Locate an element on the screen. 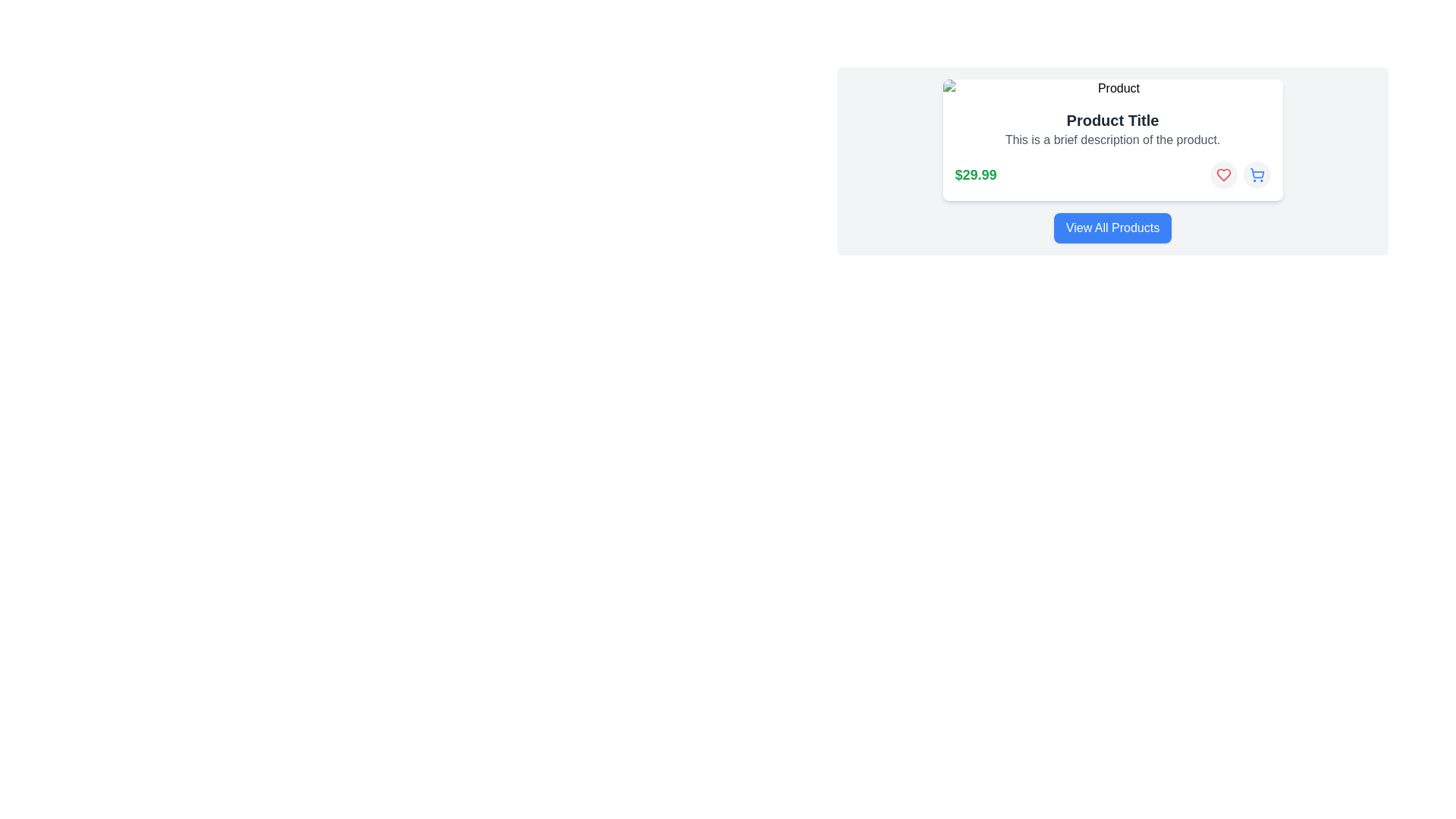 The height and width of the screenshot is (819, 1456). the button located at the bottom center of the product card to observe any hover effects is located at coordinates (1112, 227).